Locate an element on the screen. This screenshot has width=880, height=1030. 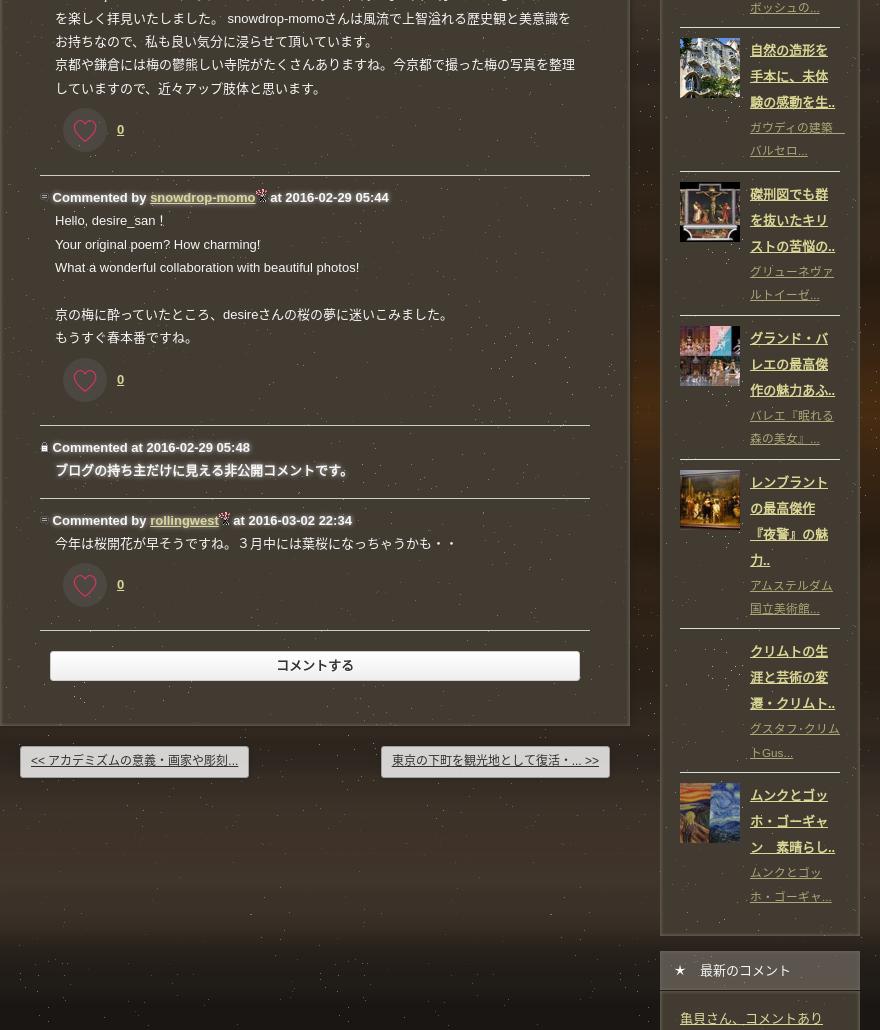
'ガウディの建築　バルセロ...' is located at coordinates (797, 138).